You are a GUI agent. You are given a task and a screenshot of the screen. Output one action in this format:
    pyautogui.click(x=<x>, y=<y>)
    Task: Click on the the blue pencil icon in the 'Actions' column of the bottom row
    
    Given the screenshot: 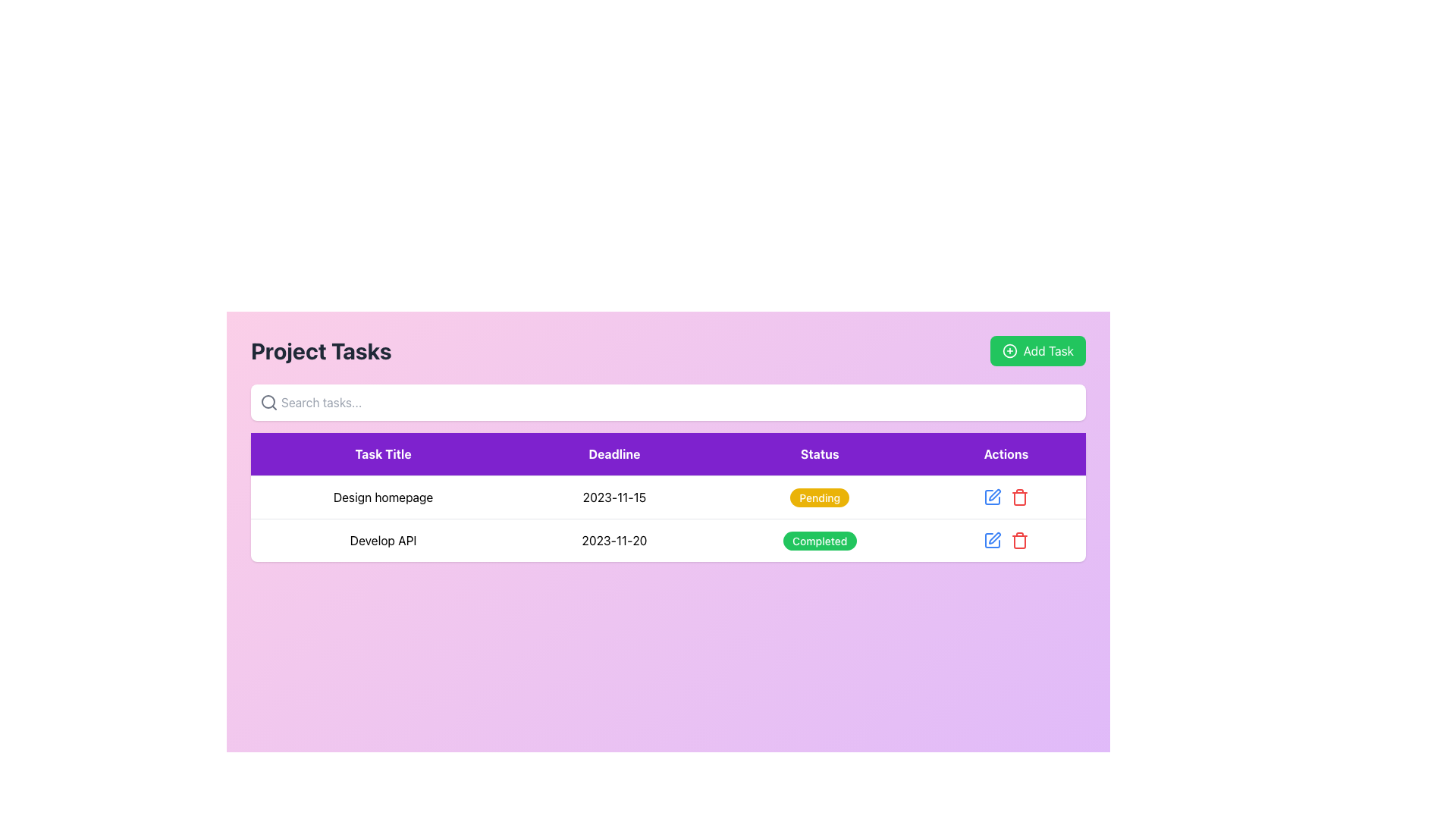 What is the action you would take?
    pyautogui.click(x=1006, y=540)
    